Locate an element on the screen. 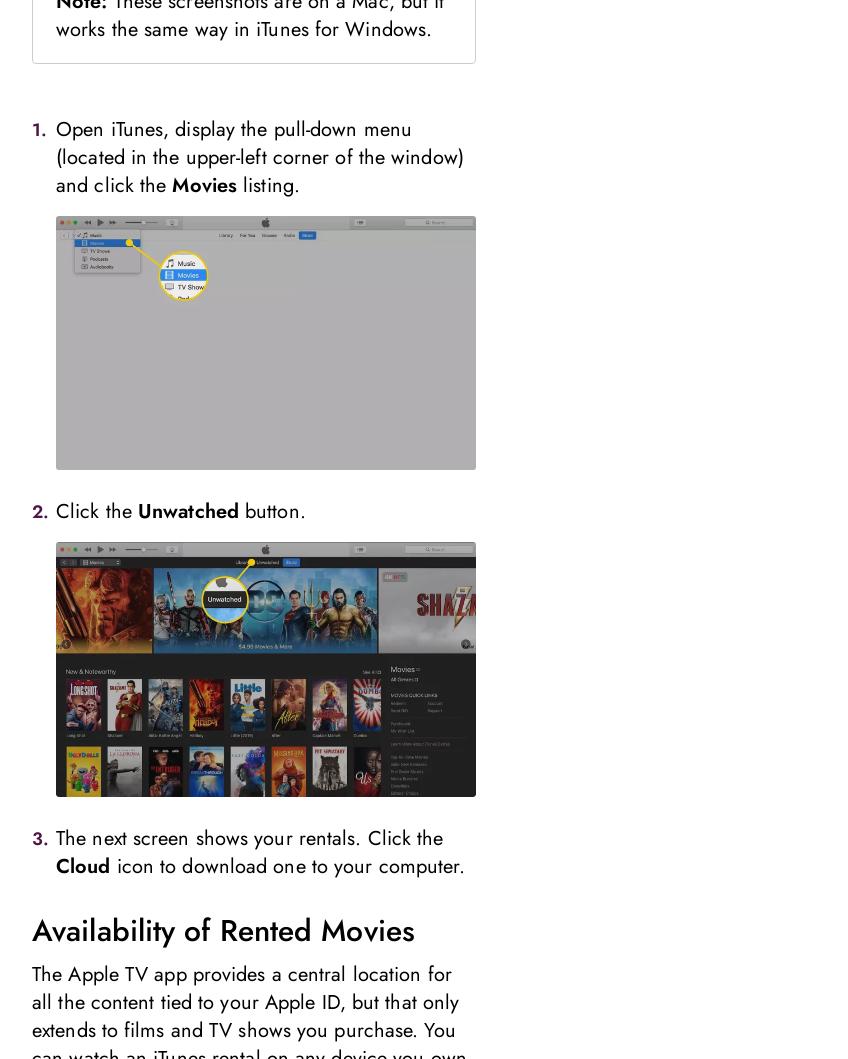 The height and width of the screenshot is (1059, 848). 'Click the' is located at coordinates (97, 511).